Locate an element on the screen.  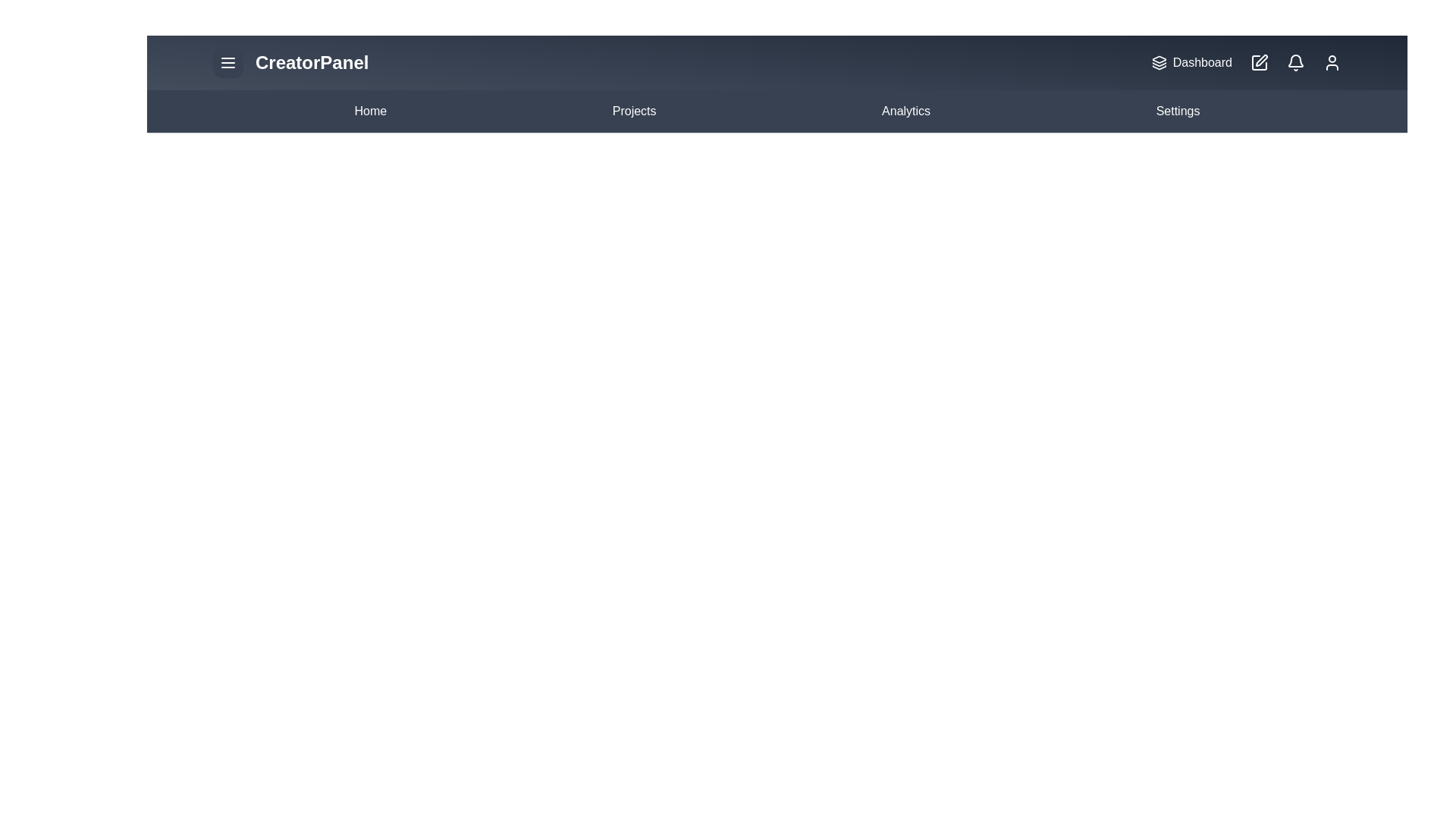
the 'Projects' link in the navigation bar is located at coordinates (633, 110).